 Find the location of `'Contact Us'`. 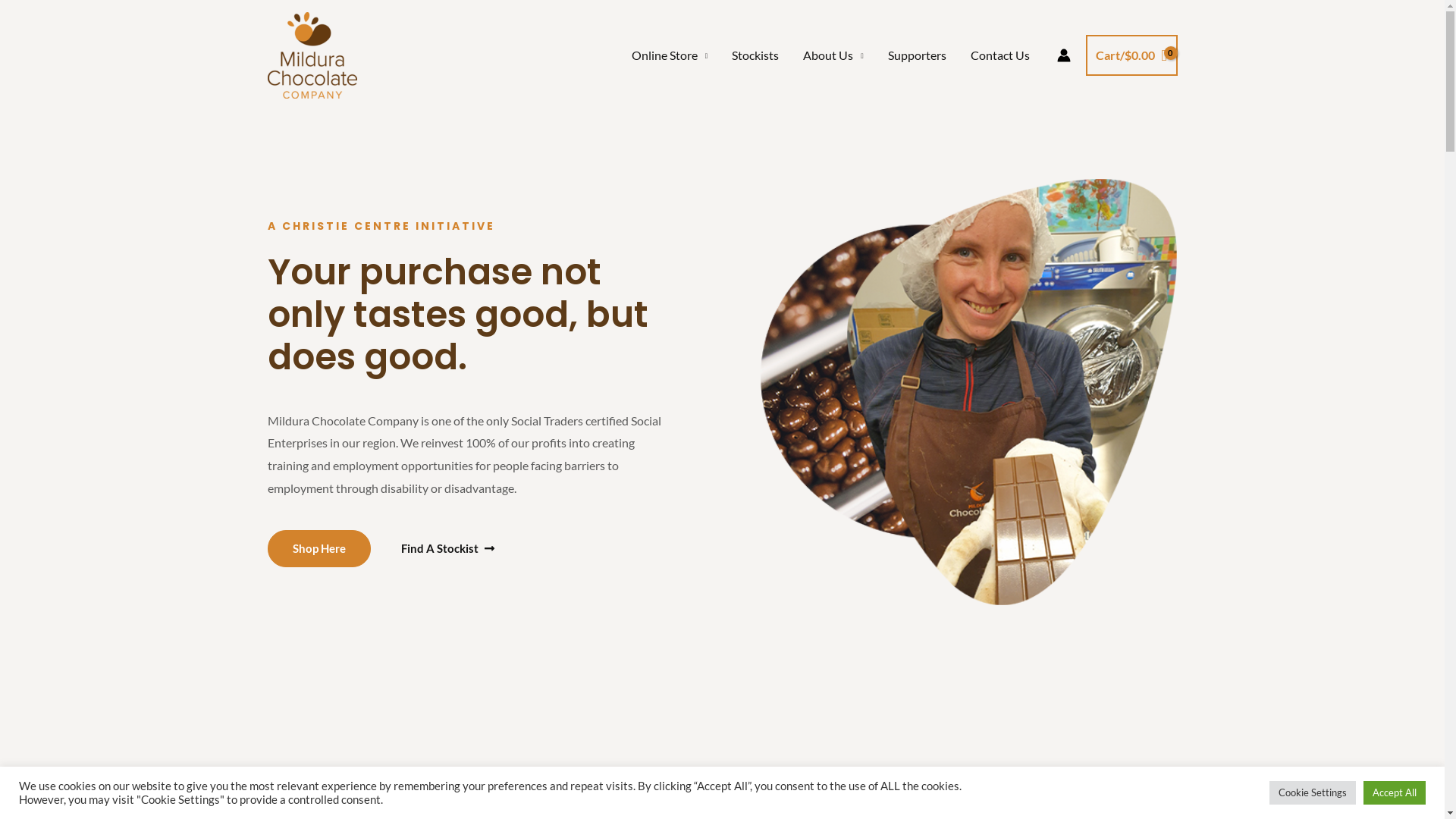

'Contact Us' is located at coordinates (1000, 55).